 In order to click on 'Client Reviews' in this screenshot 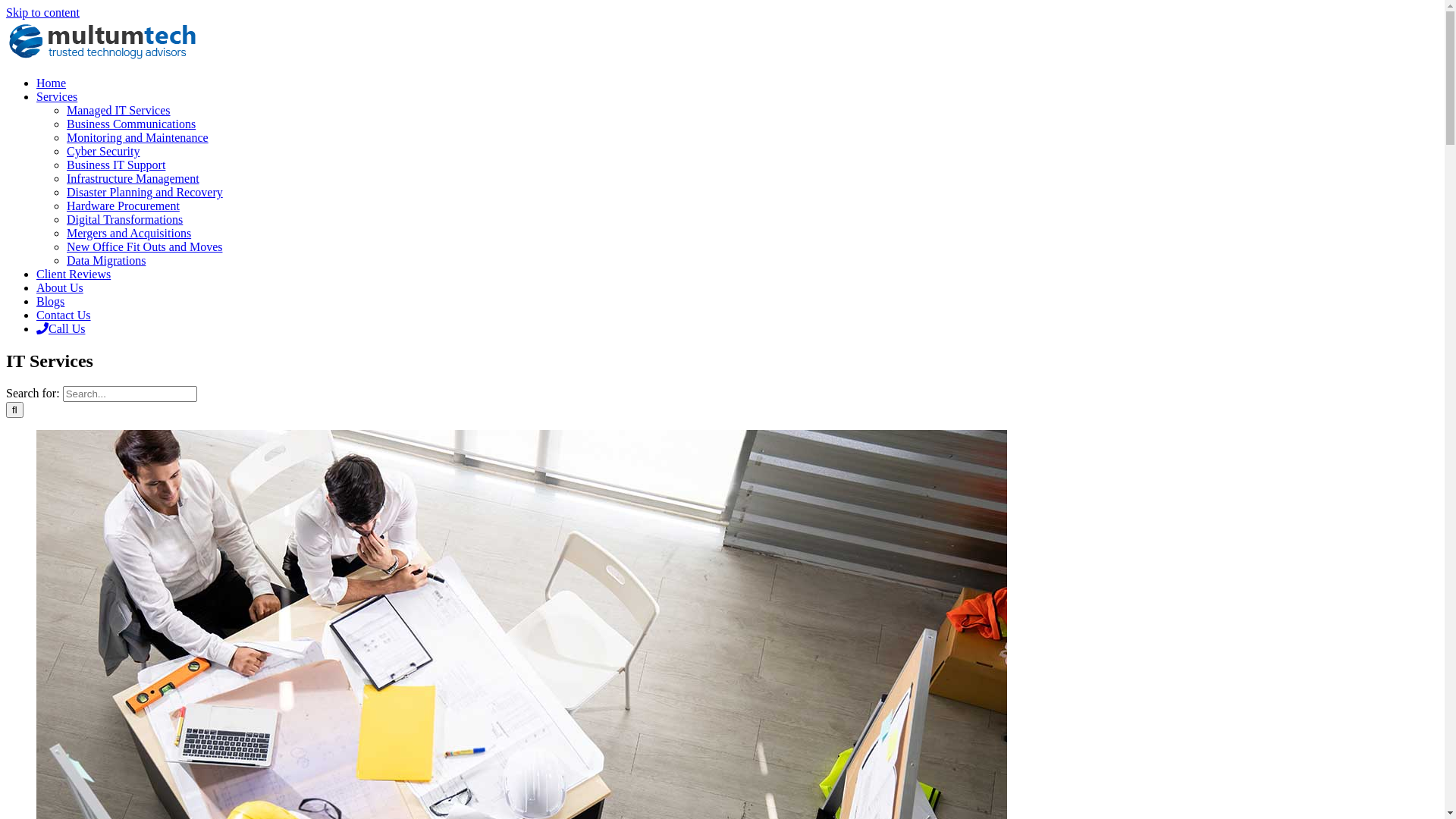, I will do `click(72, 274)`.